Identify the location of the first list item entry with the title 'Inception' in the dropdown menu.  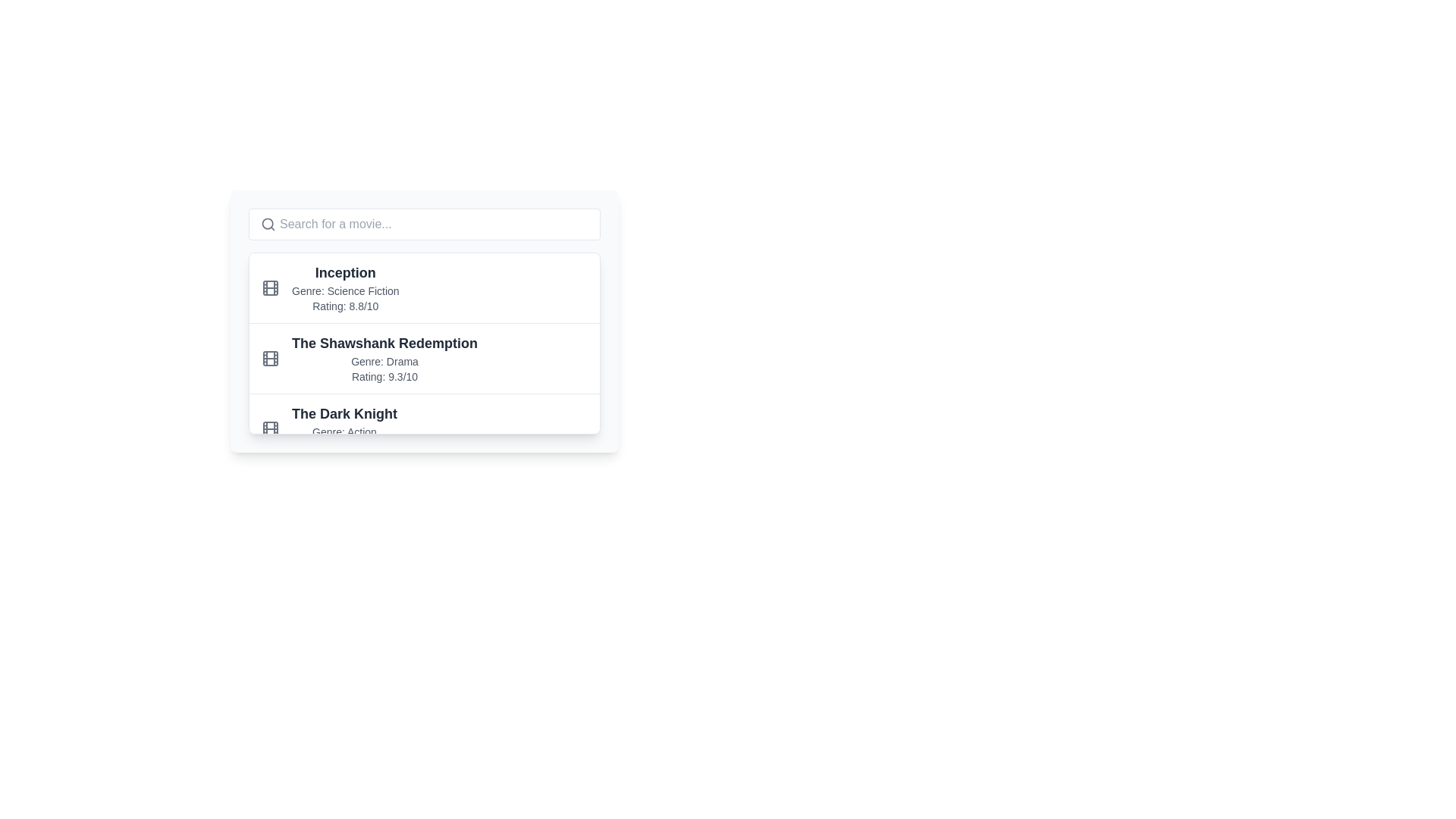
(425, 288).